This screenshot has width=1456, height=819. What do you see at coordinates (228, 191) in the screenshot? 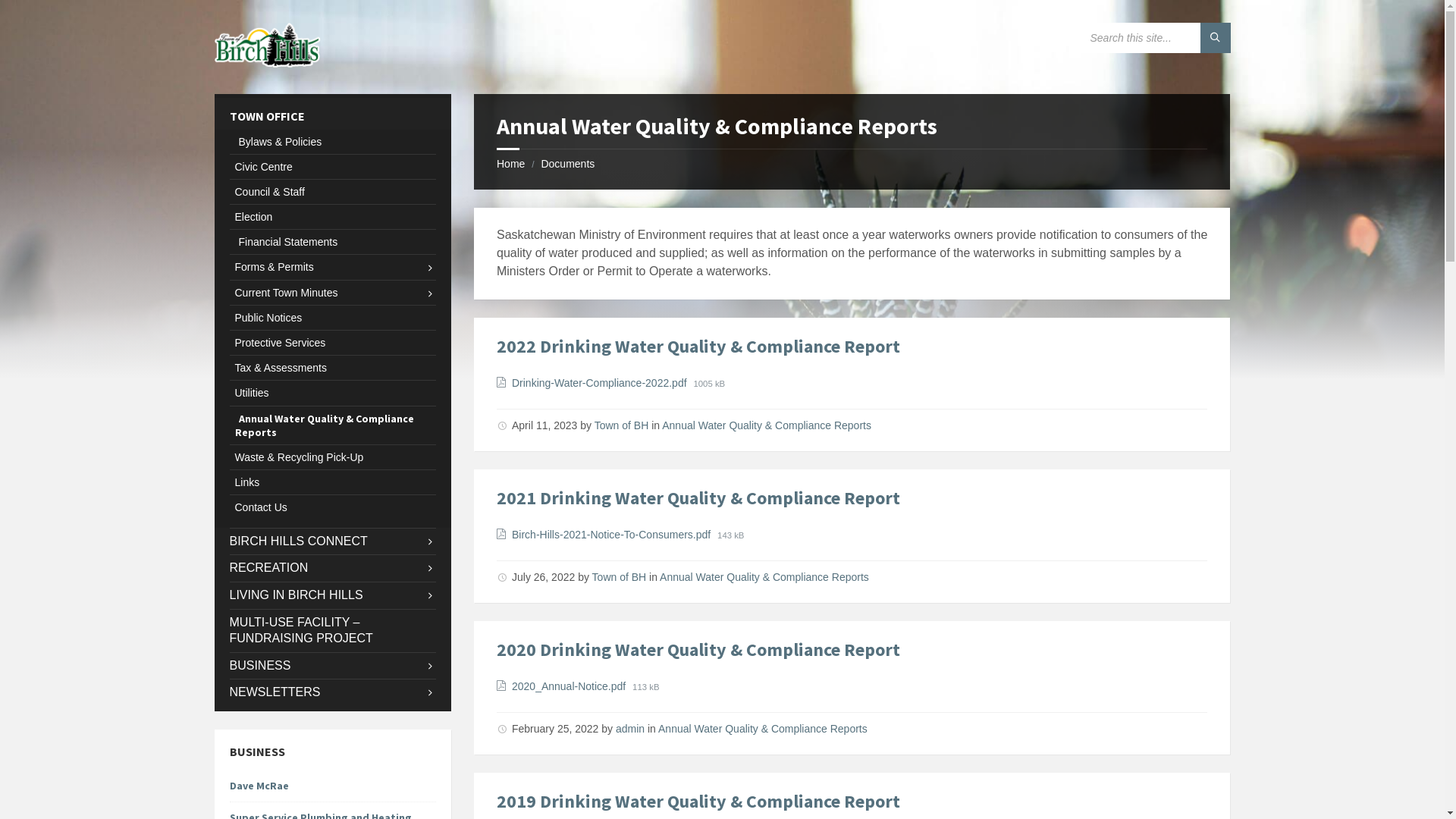
I see `'Council & Staff'` at bounding box center [228, 191].